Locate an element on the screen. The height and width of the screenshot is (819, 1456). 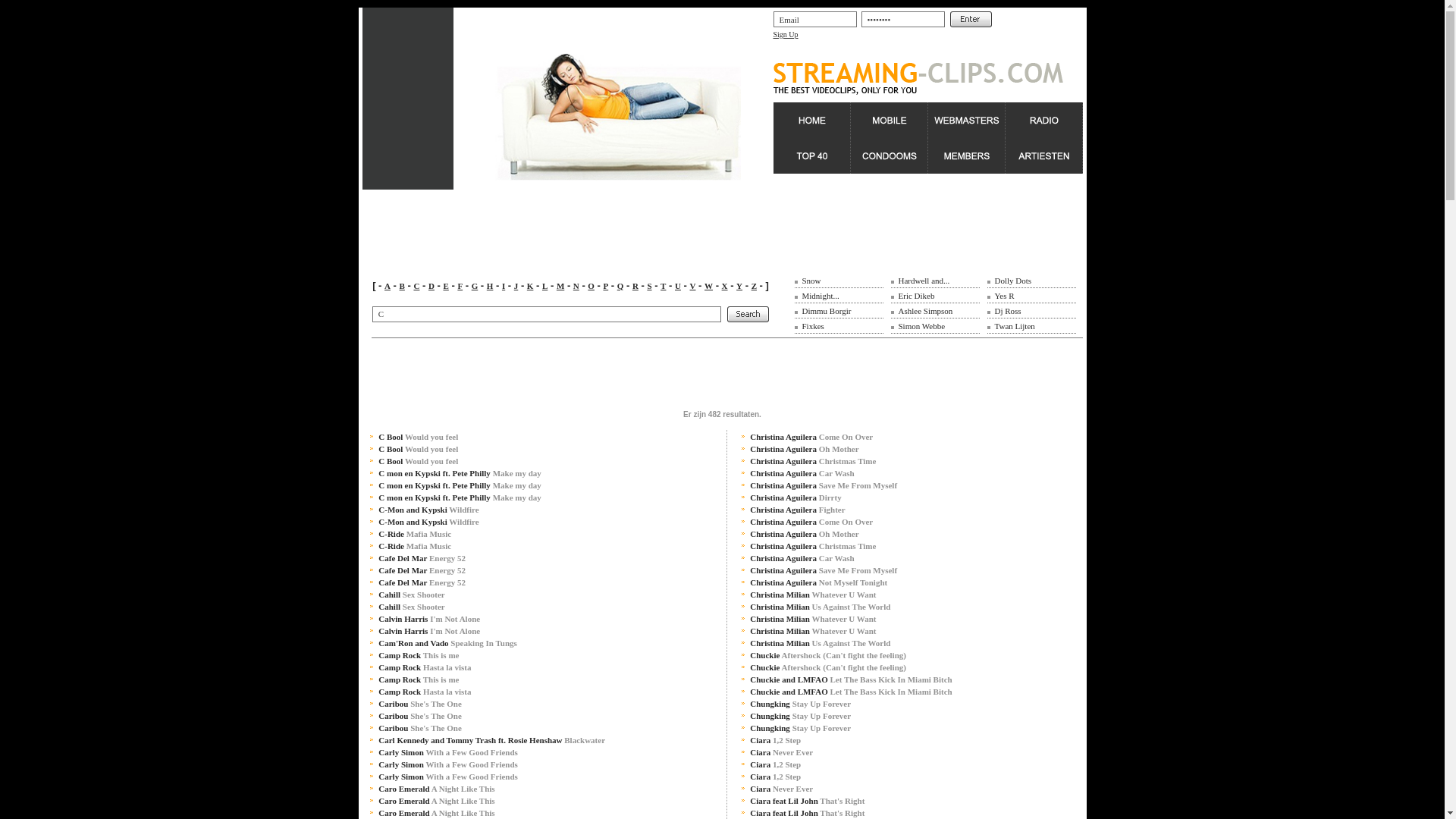
'Dolly Dots' is located at coordinates (994, 281).